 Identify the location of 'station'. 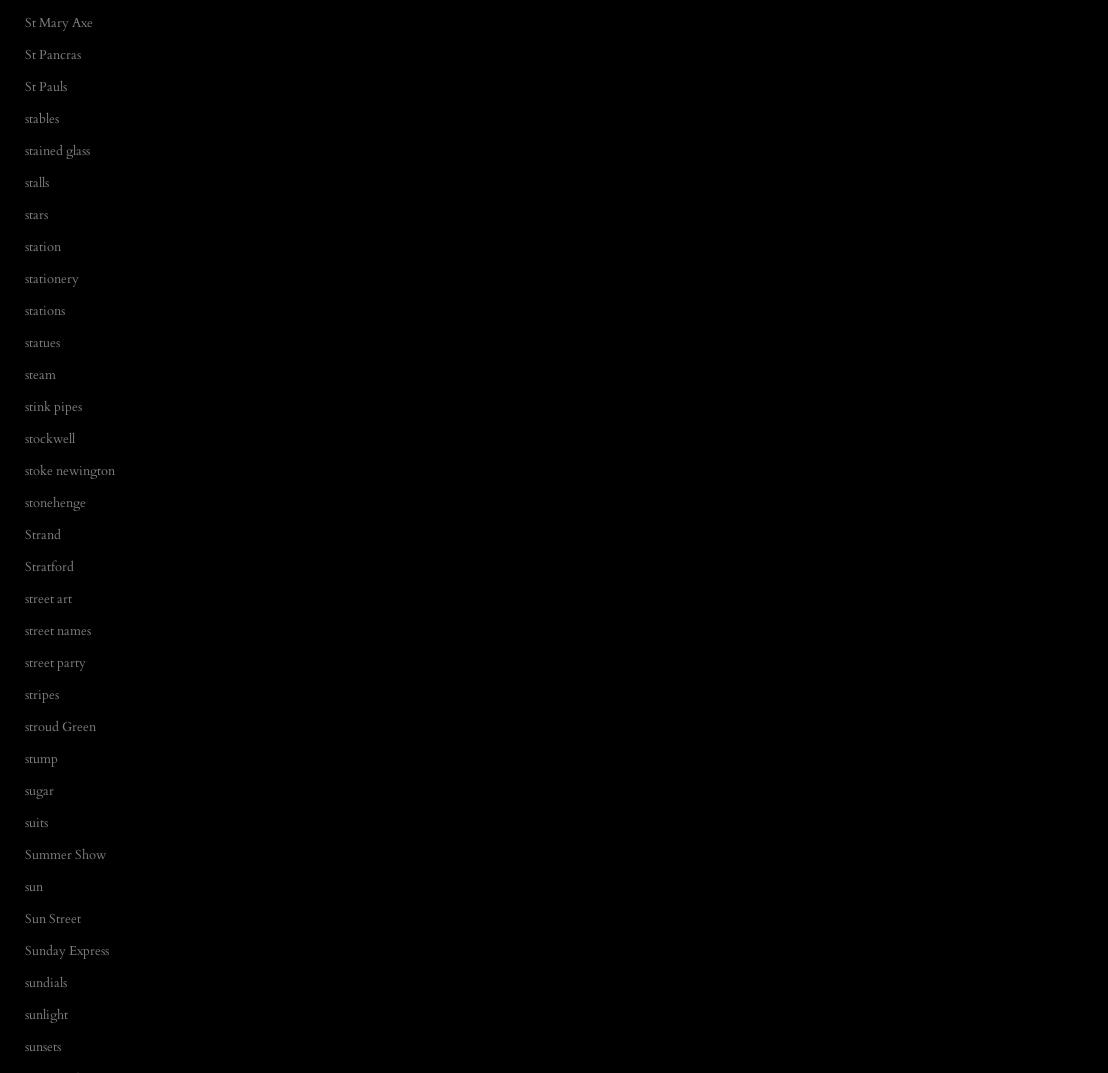
(42, 245).